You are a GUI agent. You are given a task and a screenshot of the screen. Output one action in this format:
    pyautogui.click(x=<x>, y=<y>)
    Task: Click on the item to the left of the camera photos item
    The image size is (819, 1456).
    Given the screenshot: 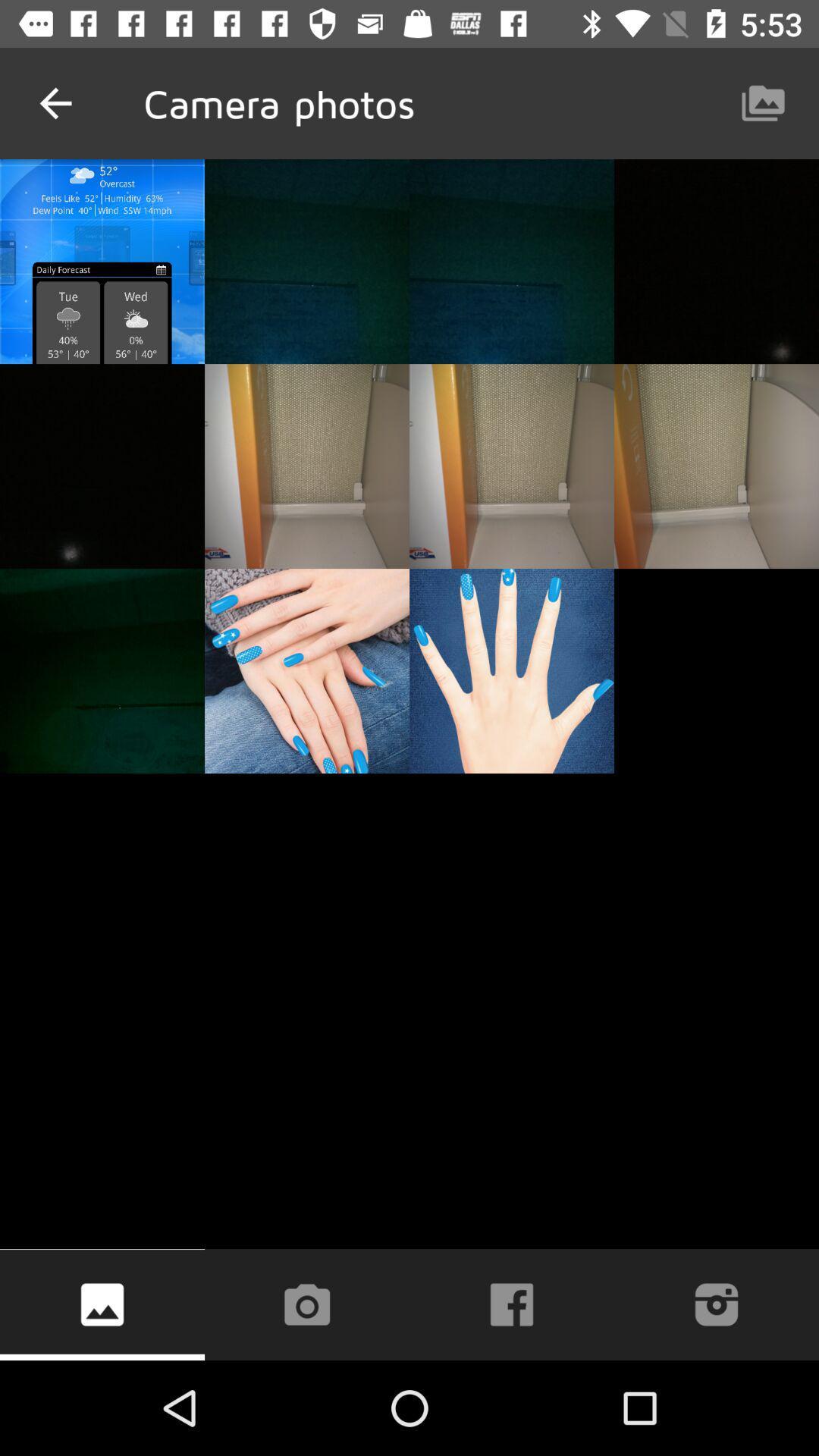 What is the action you would take?
    pyautogui.click(x=55, y=102)
    